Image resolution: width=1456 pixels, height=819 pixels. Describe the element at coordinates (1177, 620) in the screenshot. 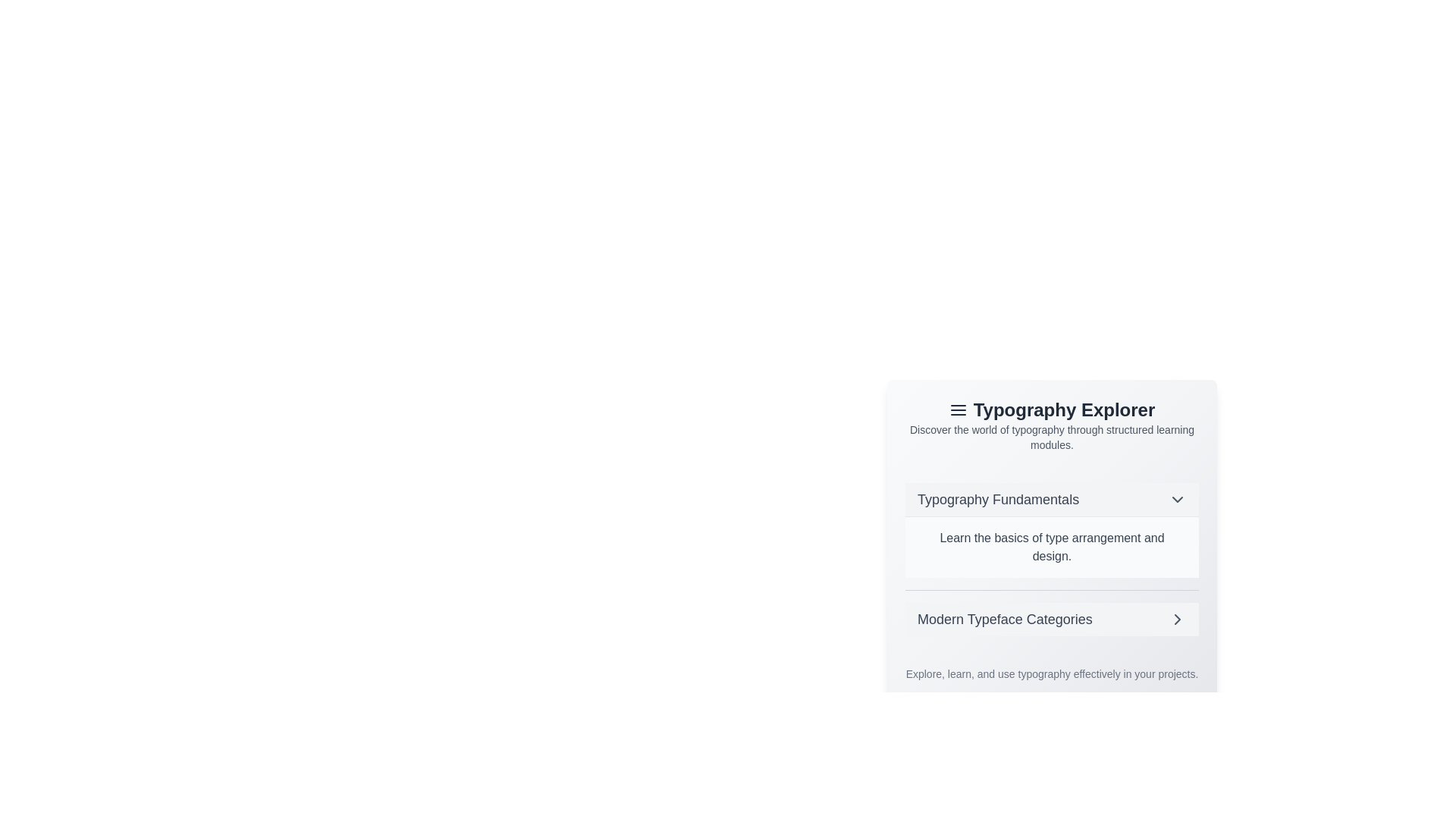

I see `the SVG-based navigational chevron icon pointing to the right, located next to the text 'Modern Typeface Categories'` at that location.